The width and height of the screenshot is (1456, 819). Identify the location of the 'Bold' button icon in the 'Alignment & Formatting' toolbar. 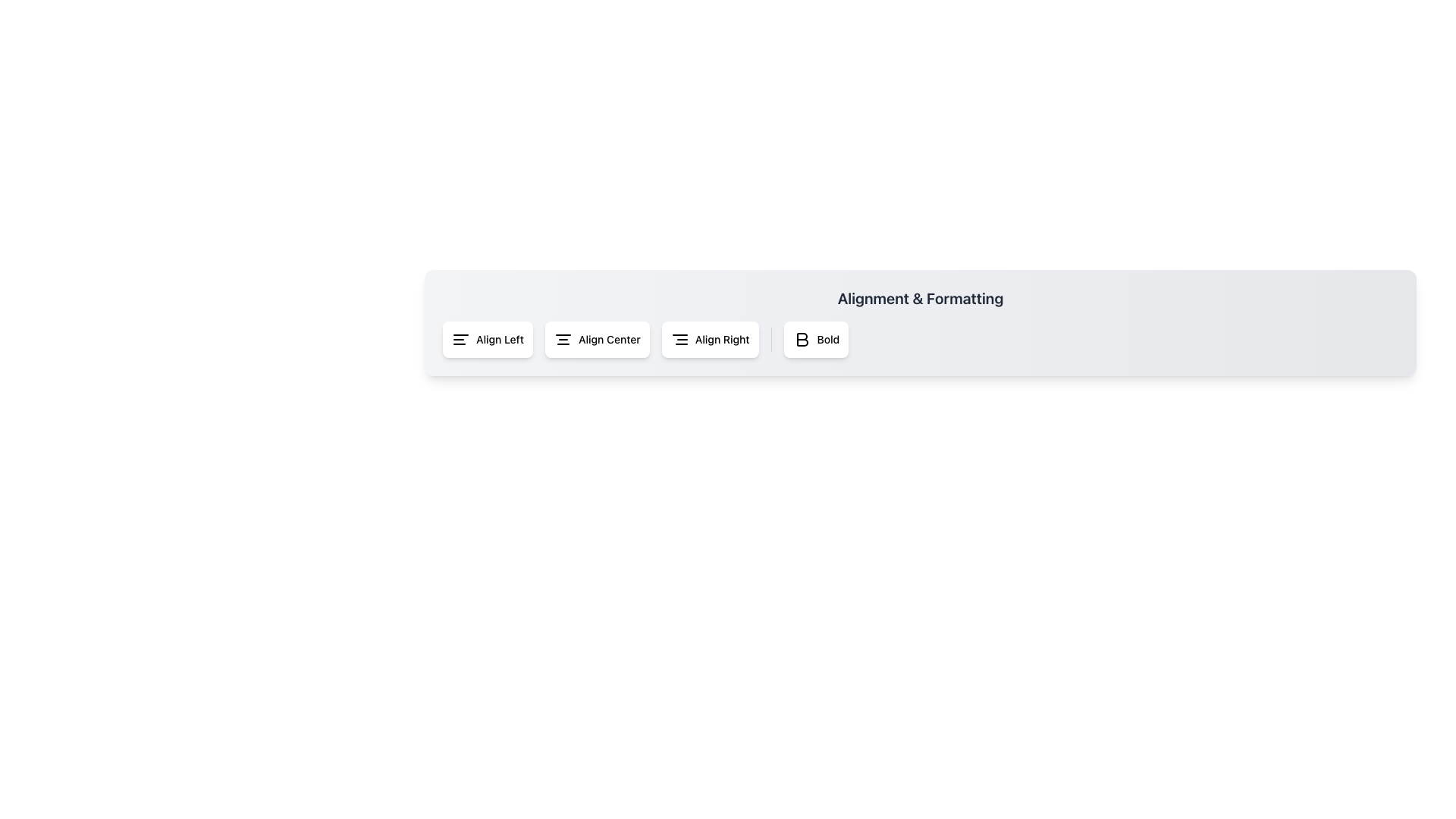
(802, 338).